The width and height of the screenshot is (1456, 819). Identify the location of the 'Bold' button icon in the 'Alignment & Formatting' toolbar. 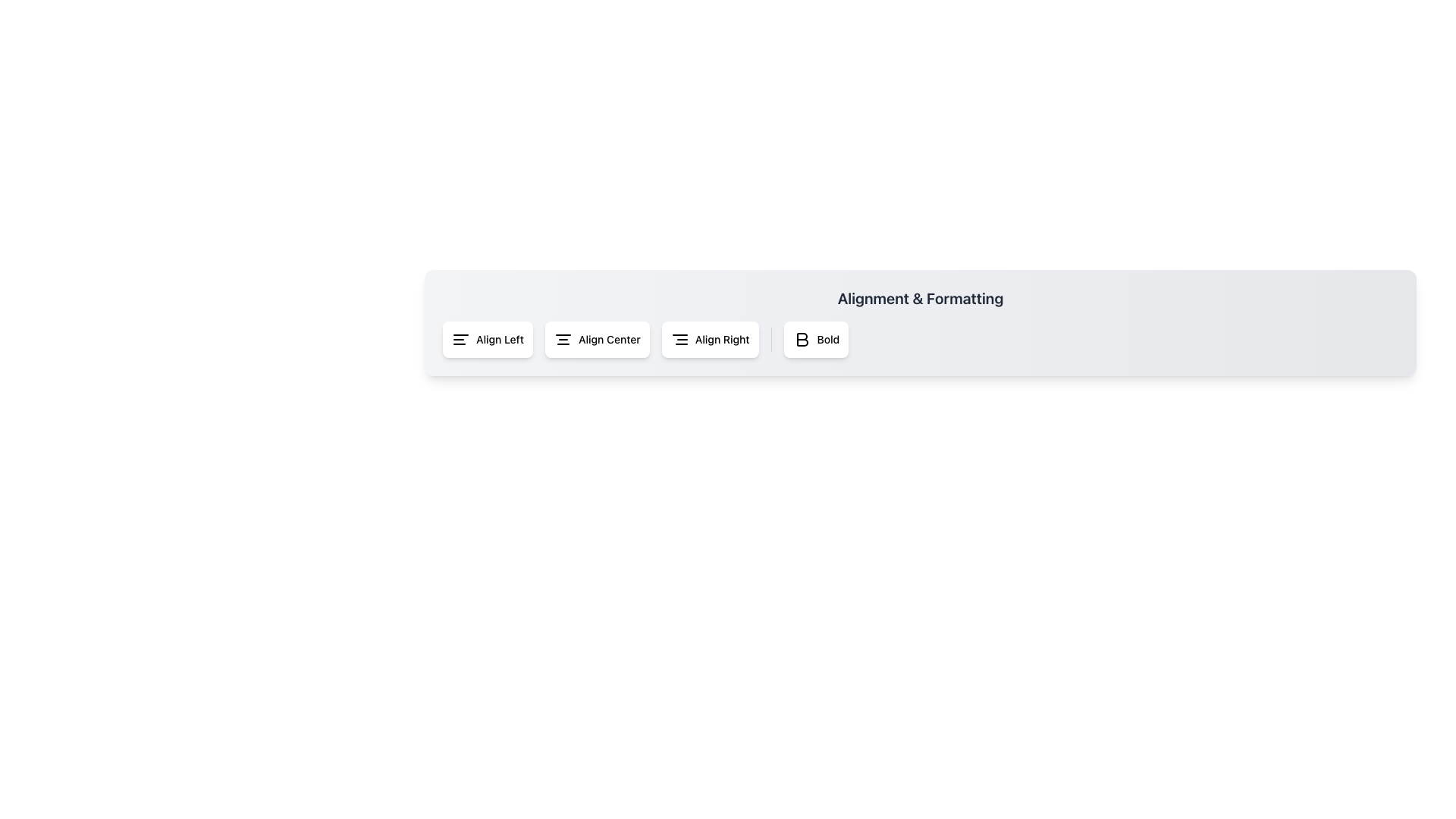
(802, 338).